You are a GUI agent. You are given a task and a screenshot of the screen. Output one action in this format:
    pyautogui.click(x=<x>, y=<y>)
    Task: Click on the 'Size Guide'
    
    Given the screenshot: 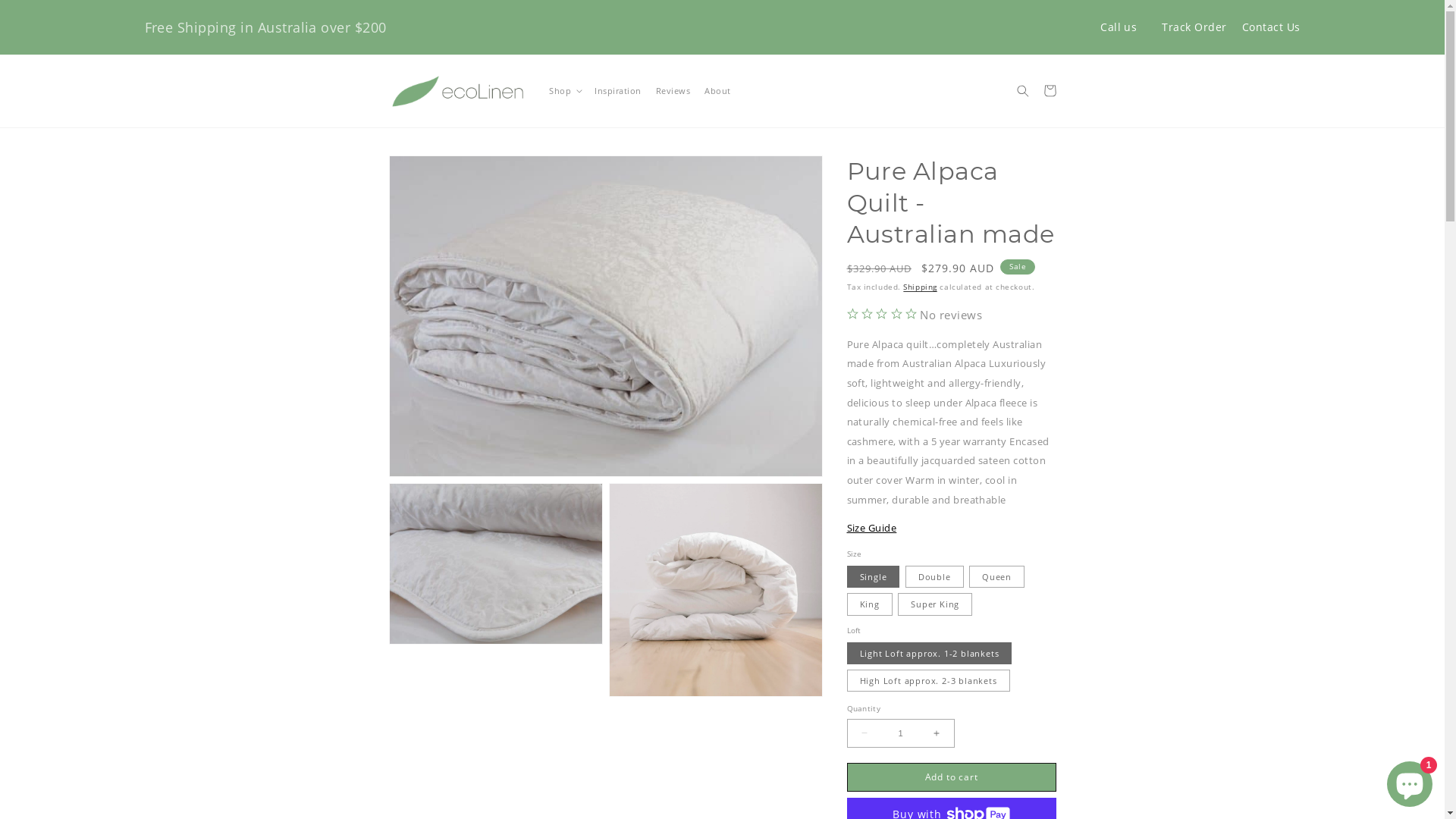 What is the action you would take?
    pyautogui.click(x=871, y=526)
    